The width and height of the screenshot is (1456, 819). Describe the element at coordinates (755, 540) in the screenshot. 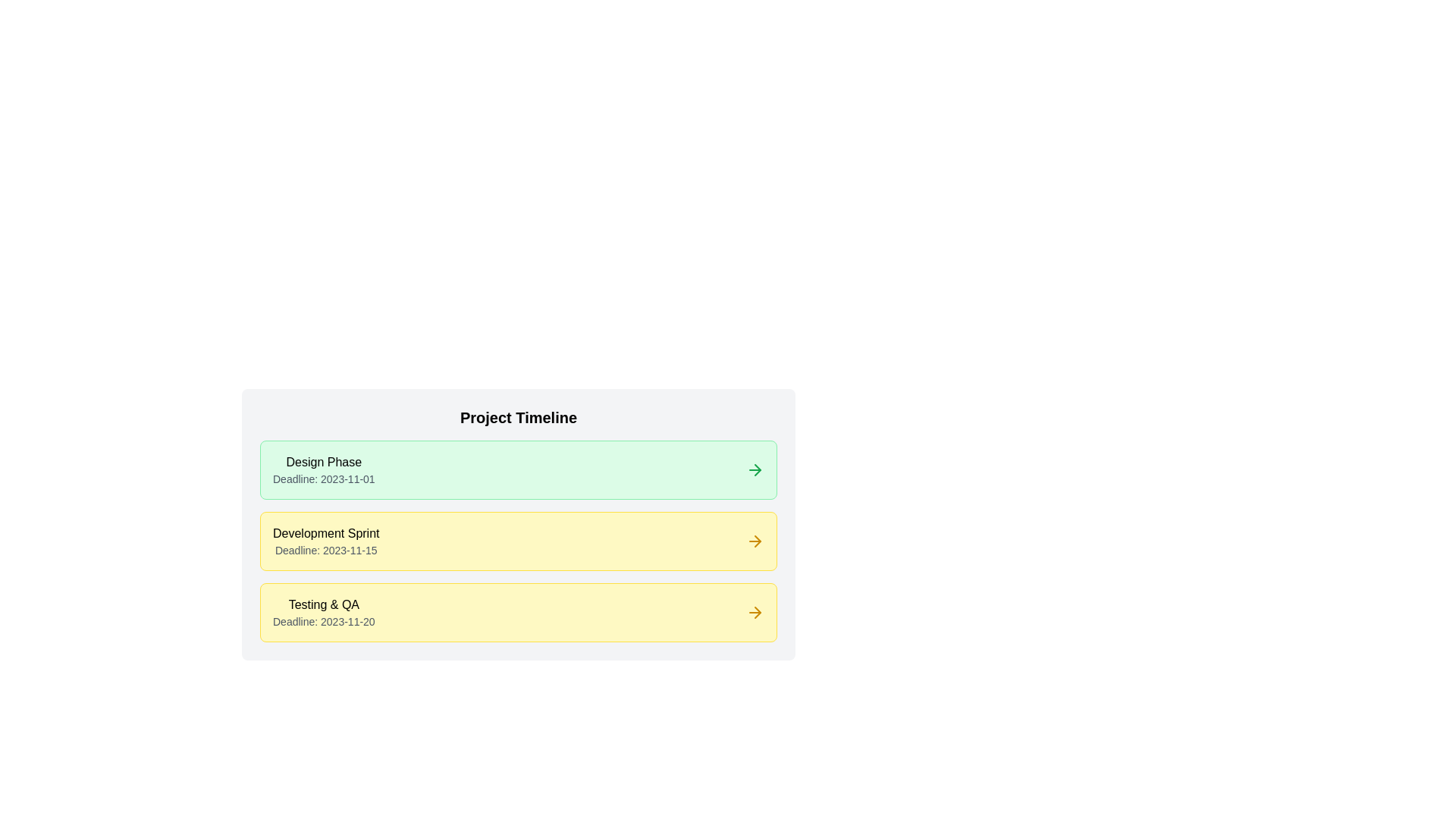

I see `the yellow rightward-pointing arrow icon located to the far right of the 'Development Sprint' row for additional details or feedback` at that location.